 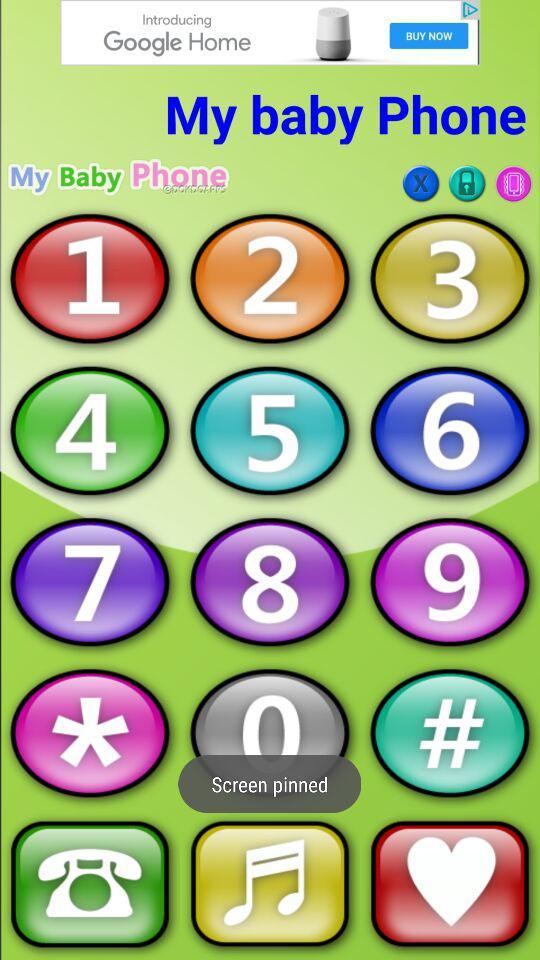 What do you see at coordinates (513, 183) in the screenshot?
I see `turn on/off vibrate` at bounding box center [513, 183].